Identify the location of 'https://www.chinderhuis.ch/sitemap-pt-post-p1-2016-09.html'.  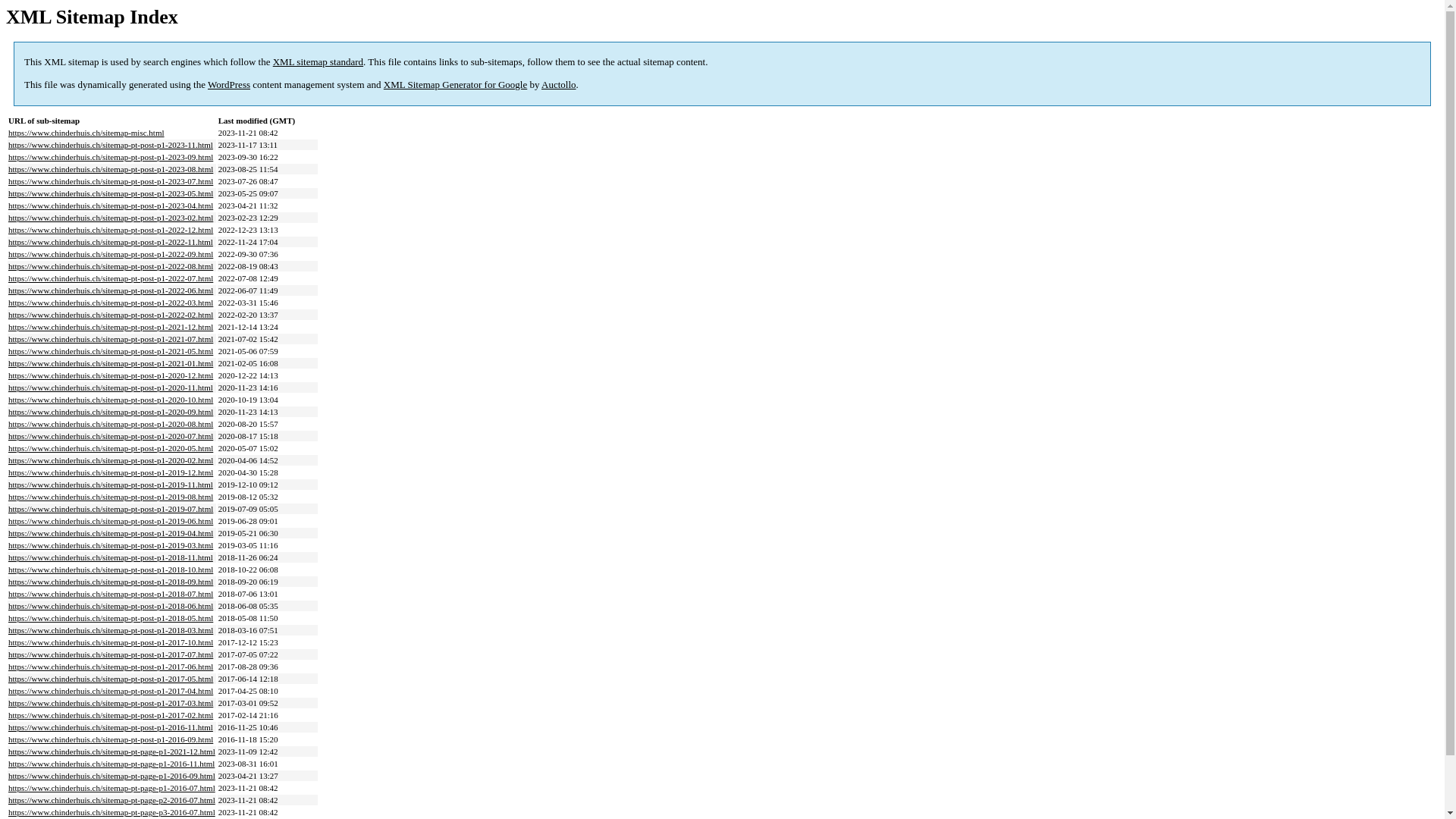
(109, 739).